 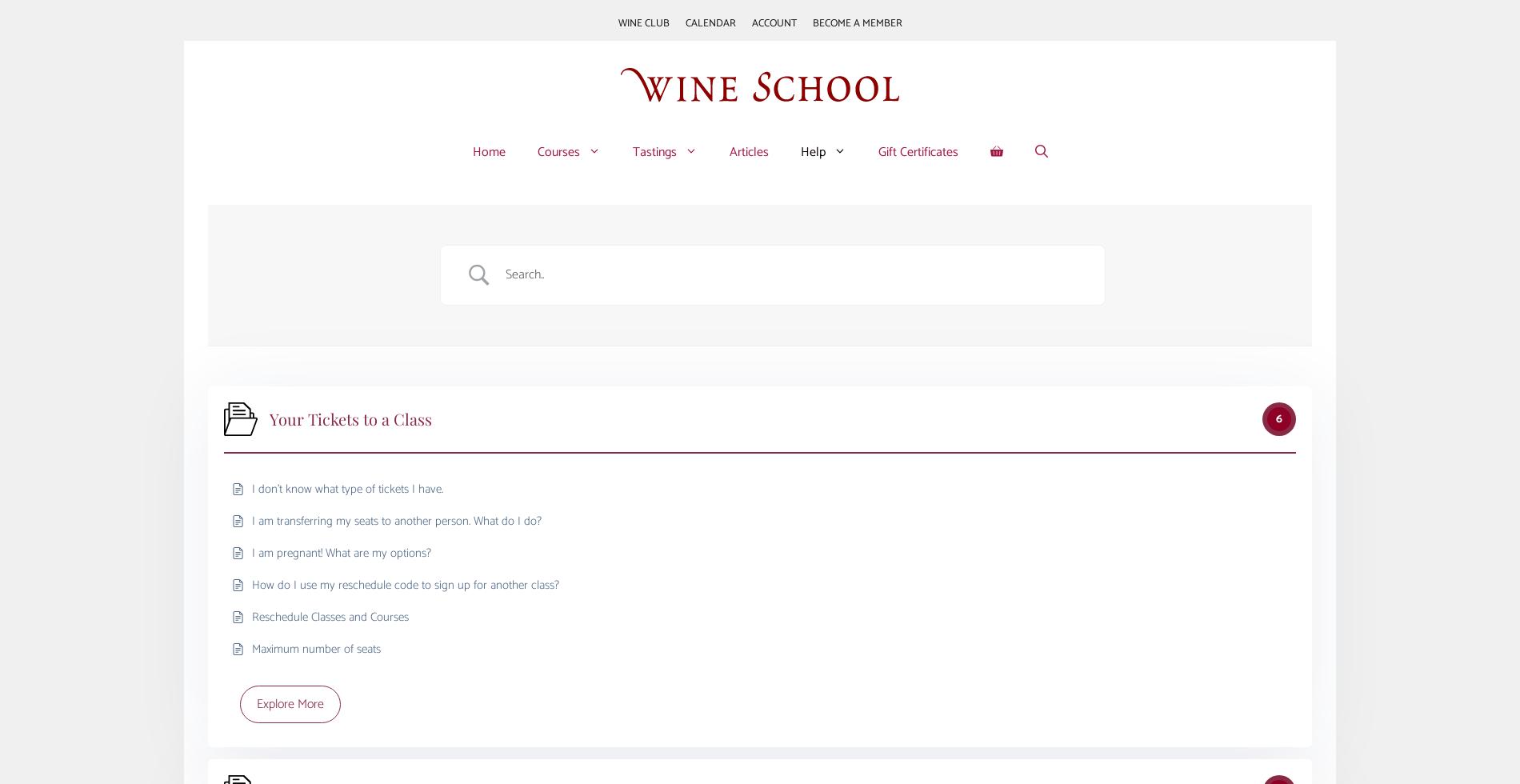 What do you see at coordinates (488, 151) in the screenshot?
I see `'Home'` at bounding box center [488, 151].